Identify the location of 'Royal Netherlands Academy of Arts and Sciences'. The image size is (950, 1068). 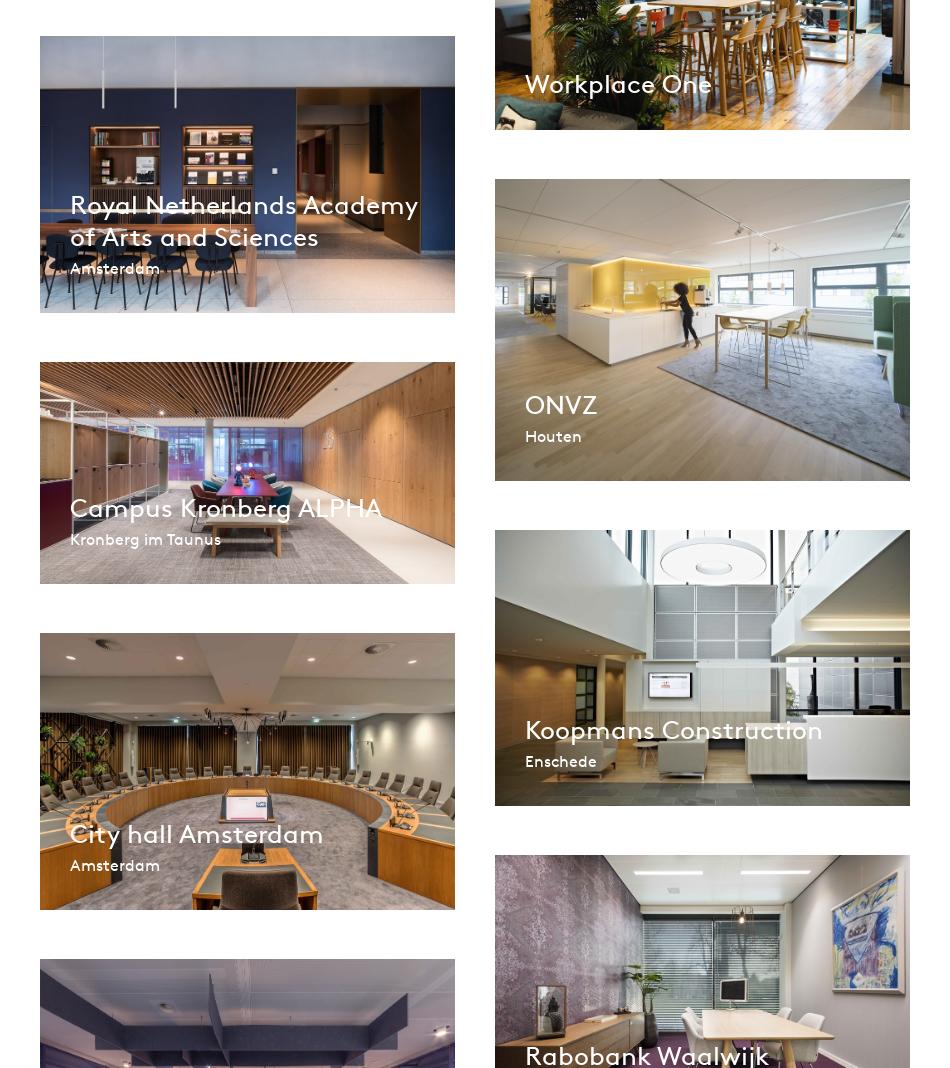
(242, 220).